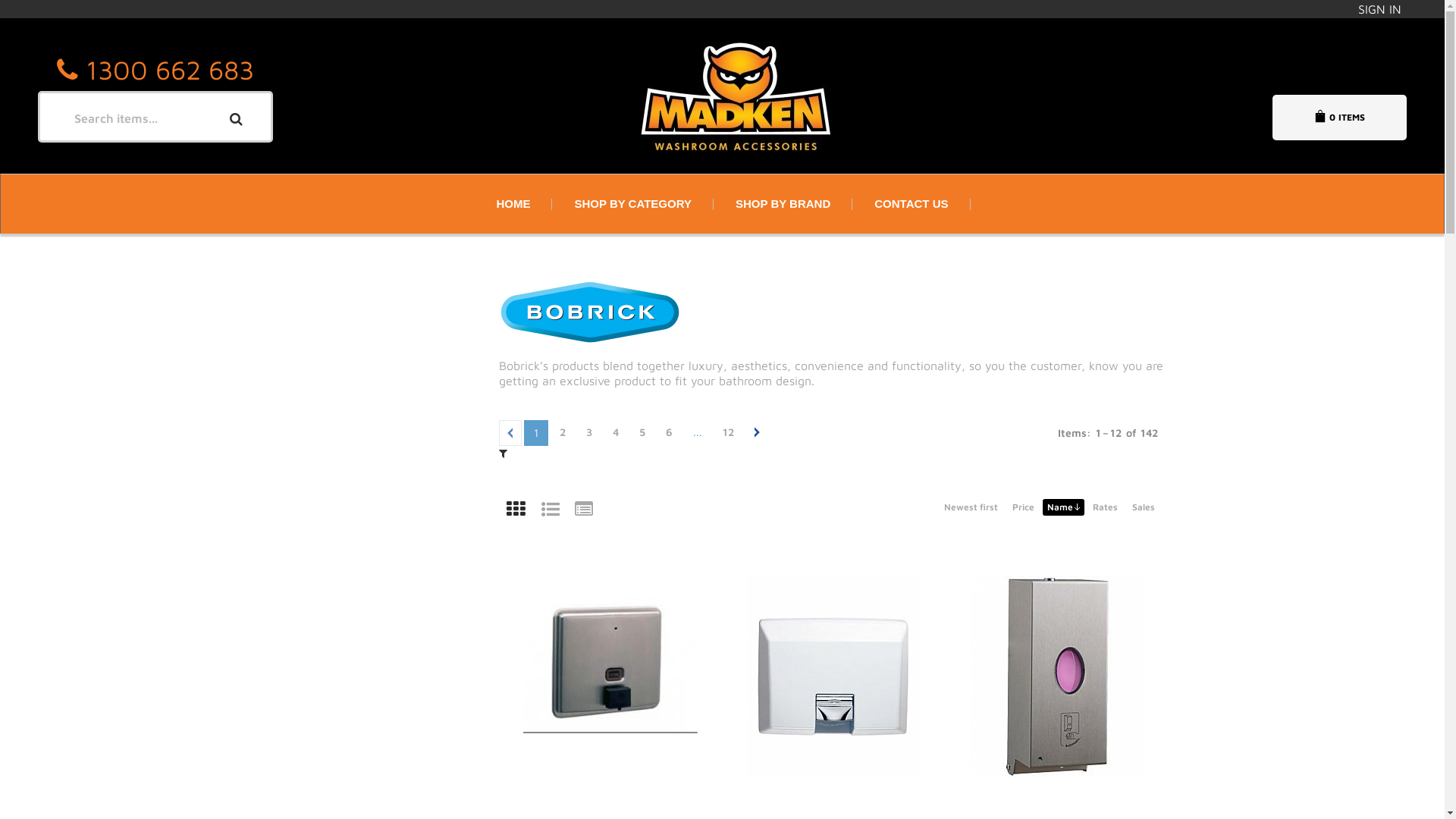  I want to click on '4', so click(603, 432).